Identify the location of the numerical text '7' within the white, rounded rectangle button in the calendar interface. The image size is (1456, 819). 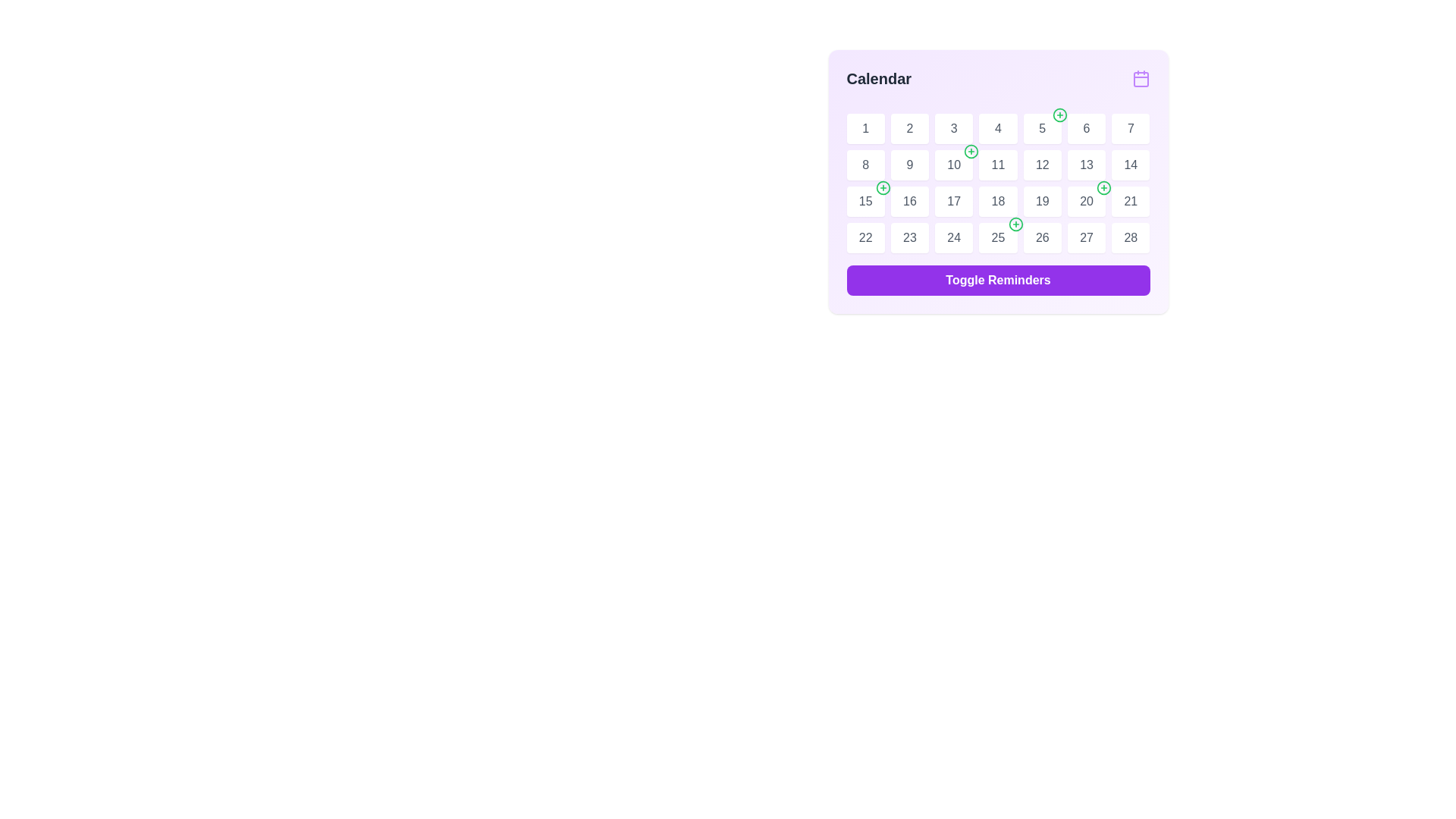
(1131, 127).